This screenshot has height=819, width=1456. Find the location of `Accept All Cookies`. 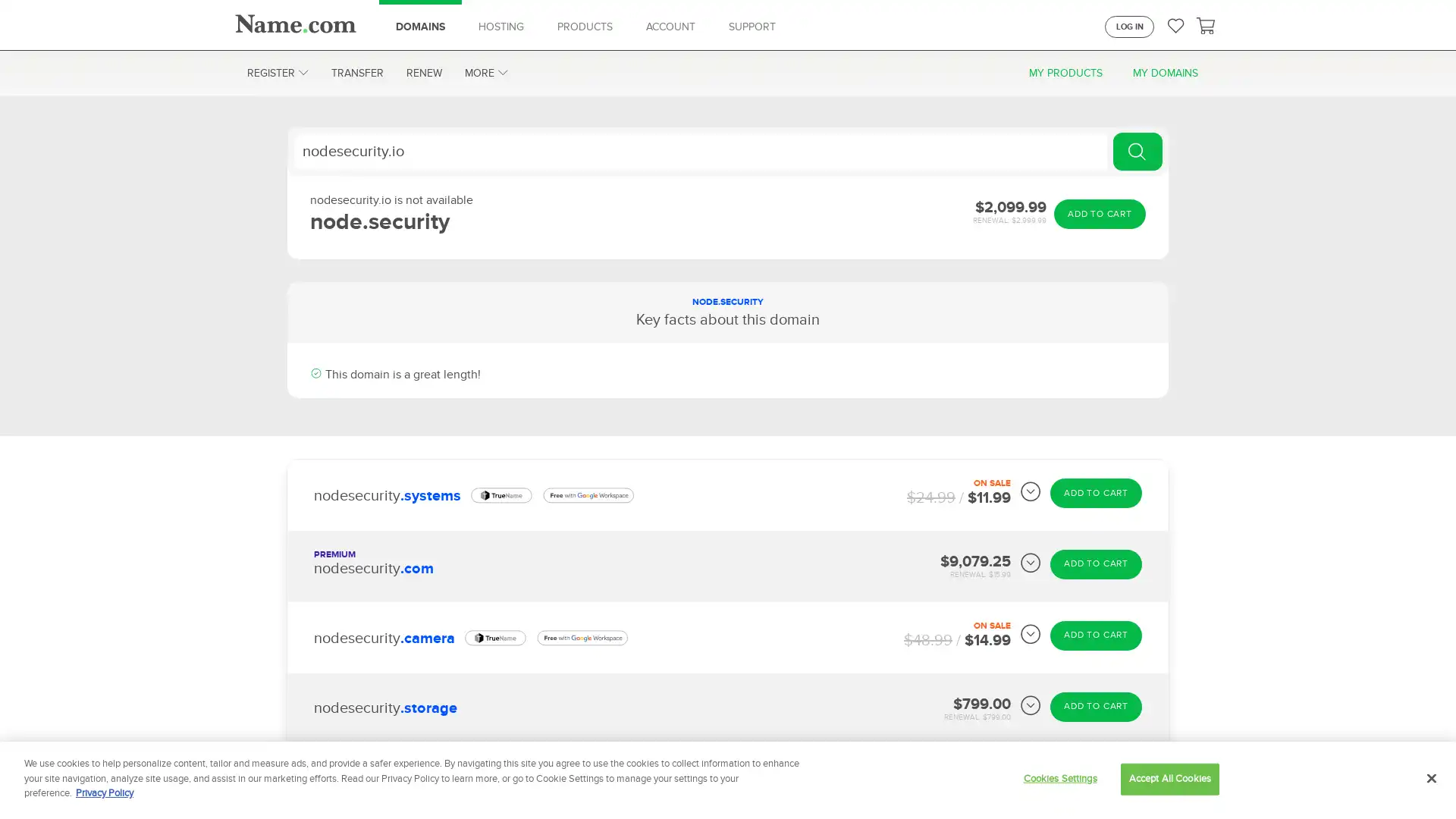

Accept All Cookies is located at coordinates (1169, 778).